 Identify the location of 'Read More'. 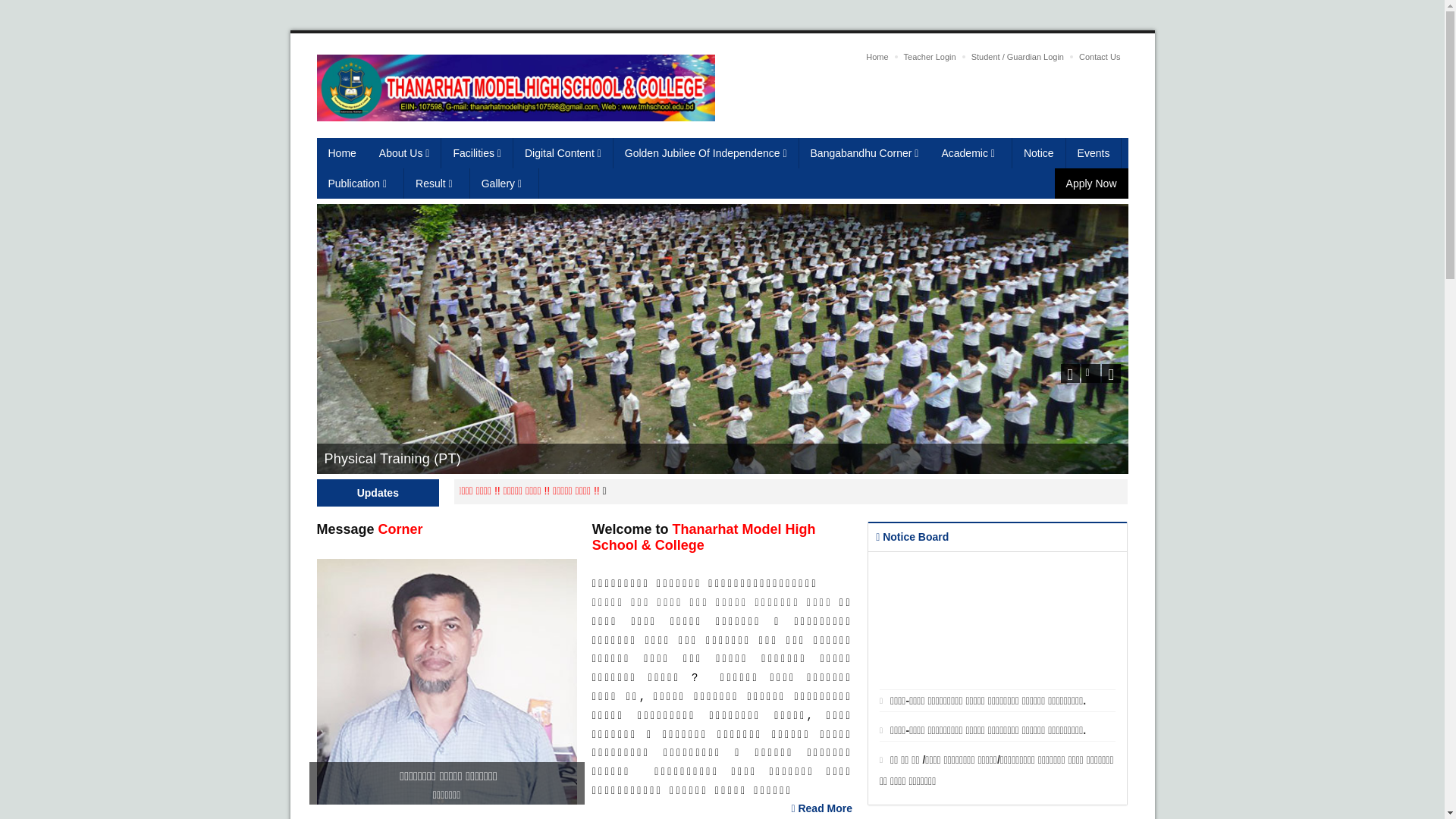
(821, 807).